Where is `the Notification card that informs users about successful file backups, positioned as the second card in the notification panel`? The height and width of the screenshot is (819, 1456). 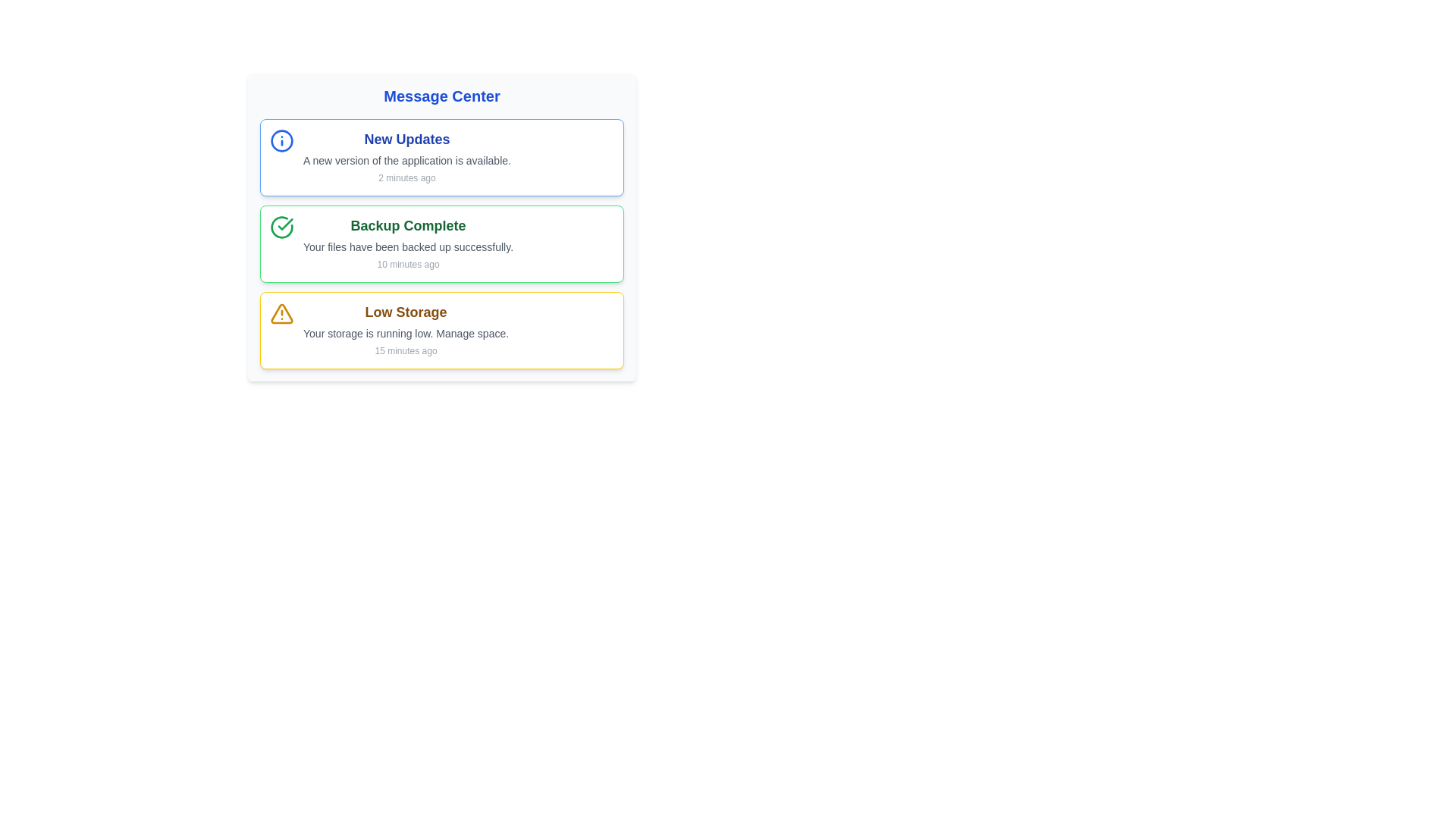 the Notification card that informs users about successful file backups, positioned as the second card in the notification panel is located at coordinates (441, 243).